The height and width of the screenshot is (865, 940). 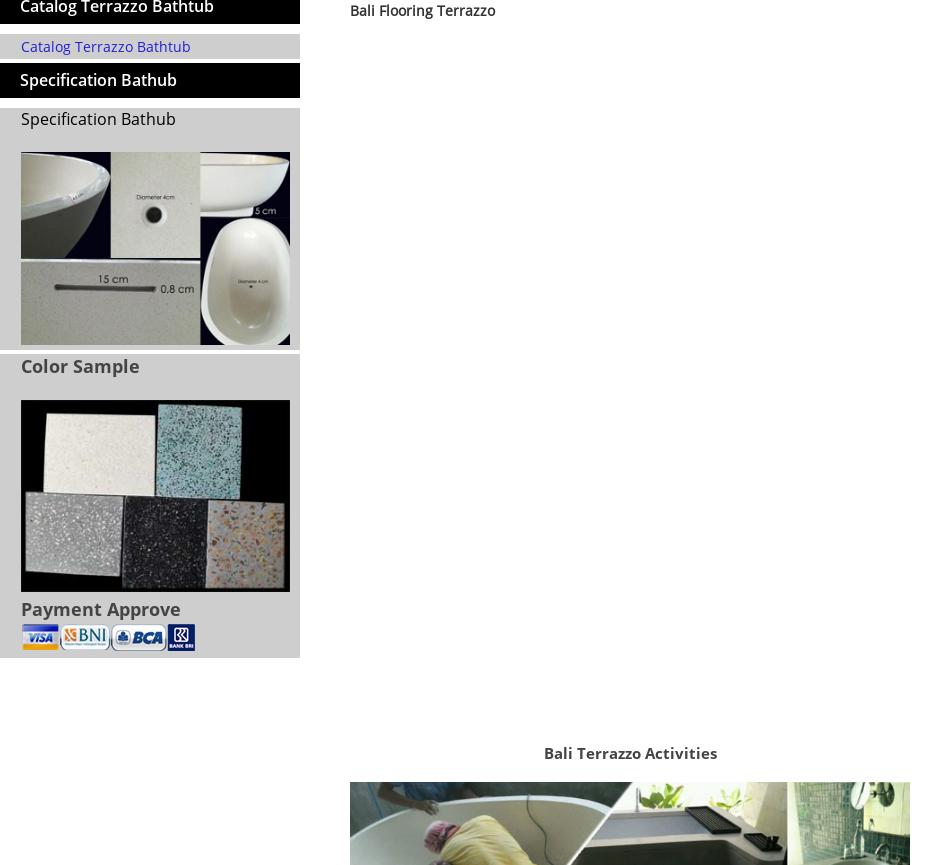 I want to click on 'Payment Approve', so click(x=20, y=608).